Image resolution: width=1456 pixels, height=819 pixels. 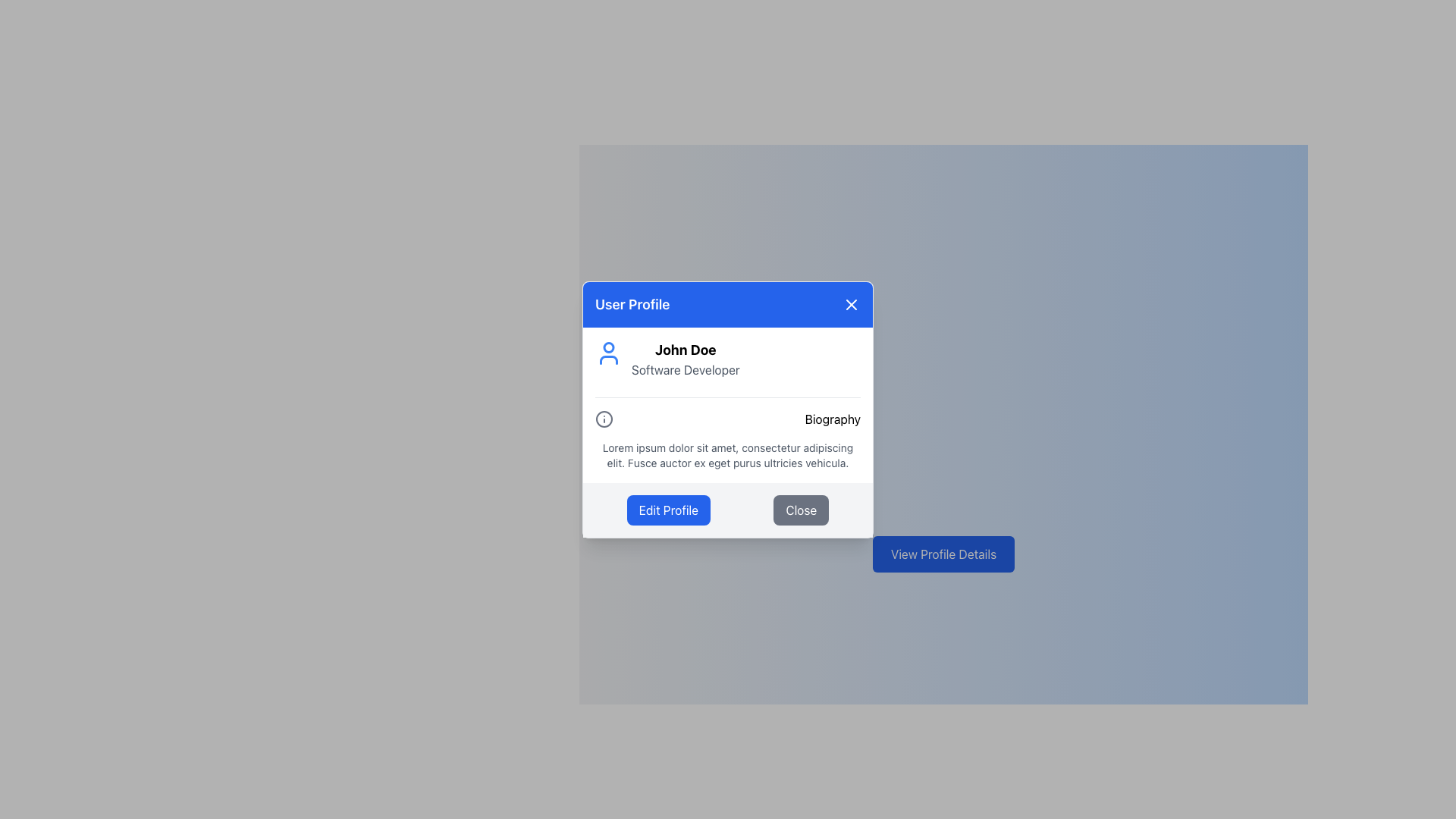 What do you see at coordinates (603, 419) in the screenshot?
I see `the information icon, which is a gray circular icon with a smaller circular pattern inside, located to the left of the 'Biography' heading in the user profile card` at bounding box center [603, 419].